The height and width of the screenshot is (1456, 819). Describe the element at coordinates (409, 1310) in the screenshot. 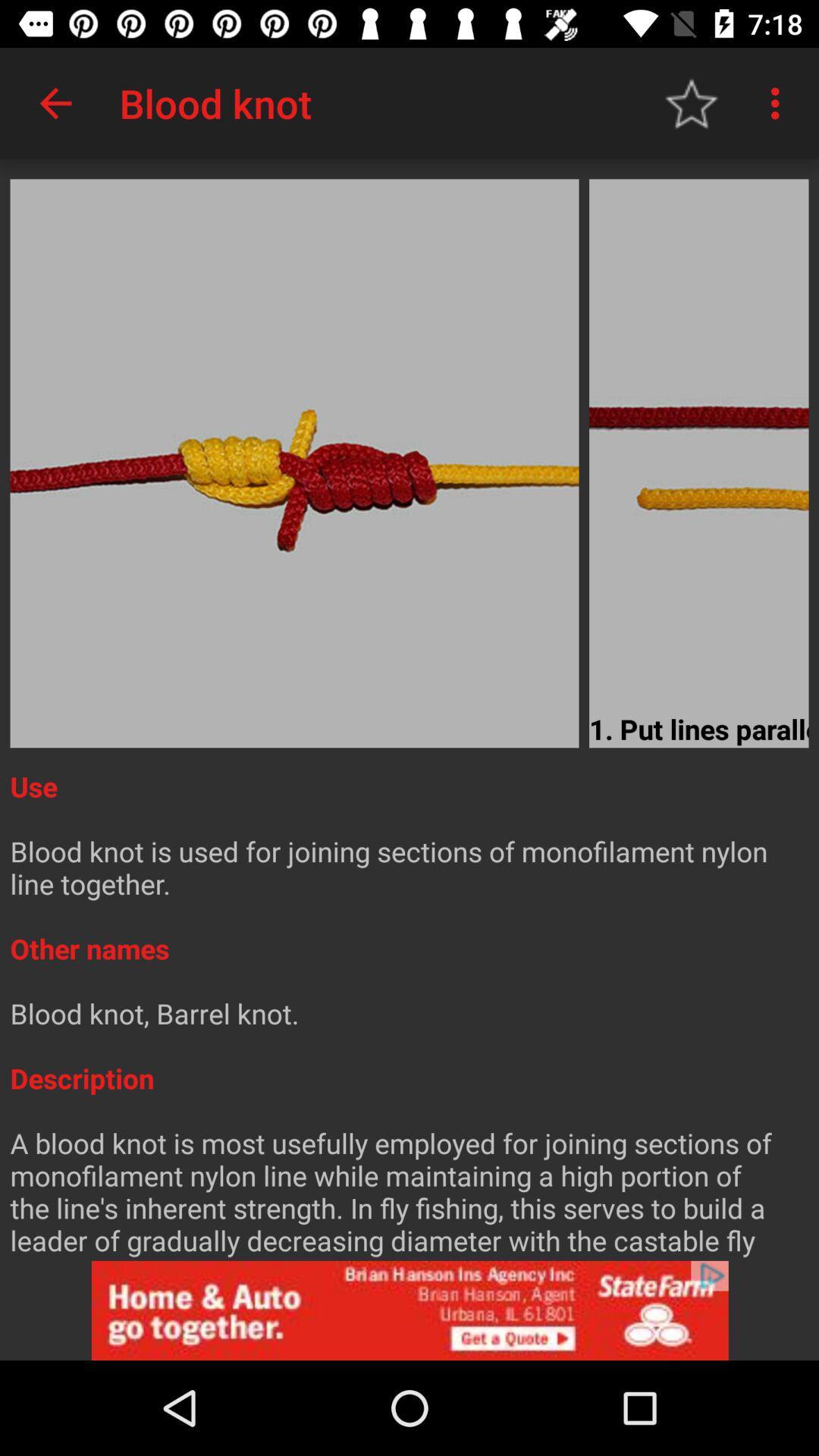

I see `the advertisement` at that location.